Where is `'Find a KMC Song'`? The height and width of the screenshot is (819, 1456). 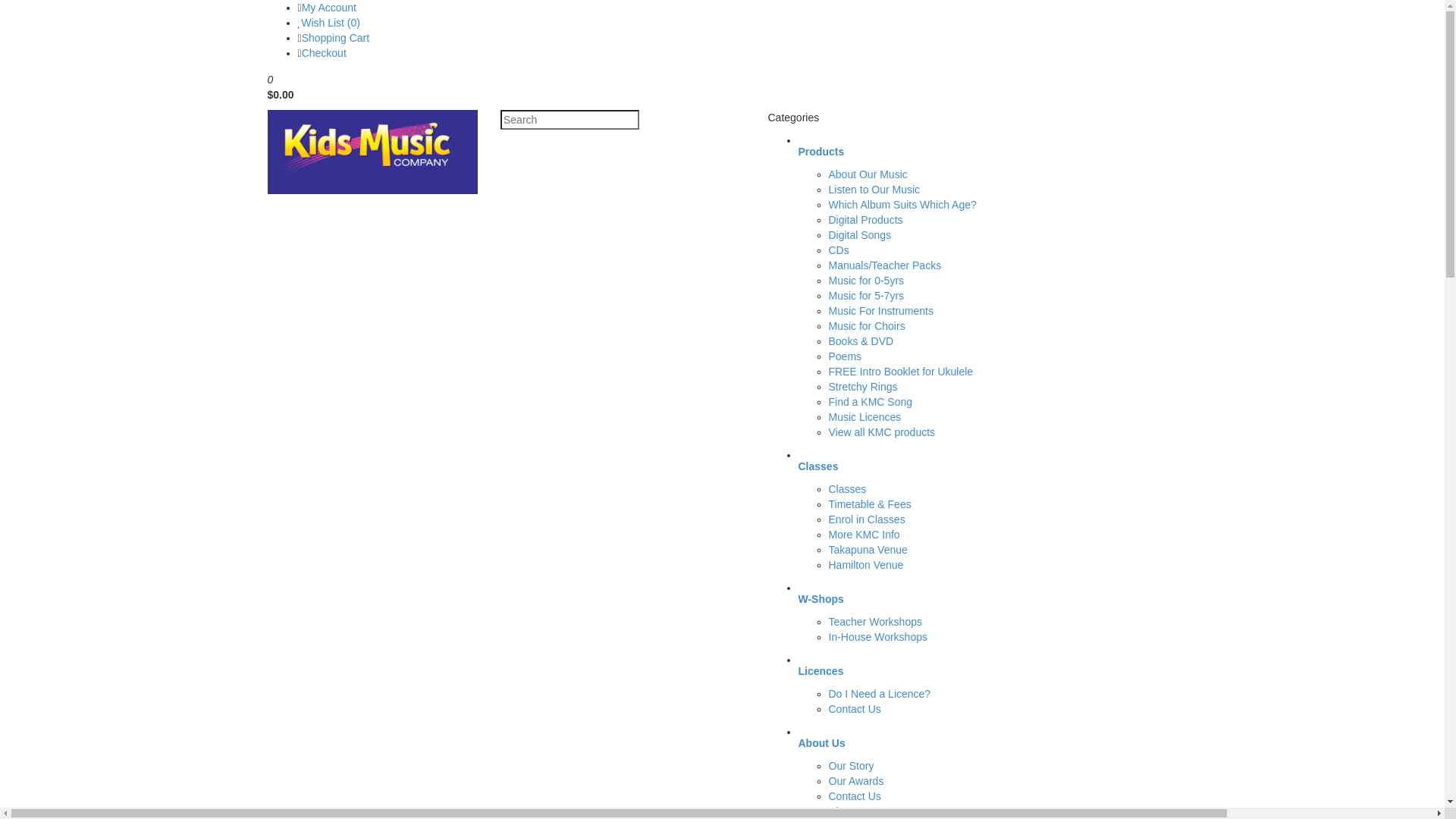 'Find a KMC Song' is located at coordinates (870, 400).